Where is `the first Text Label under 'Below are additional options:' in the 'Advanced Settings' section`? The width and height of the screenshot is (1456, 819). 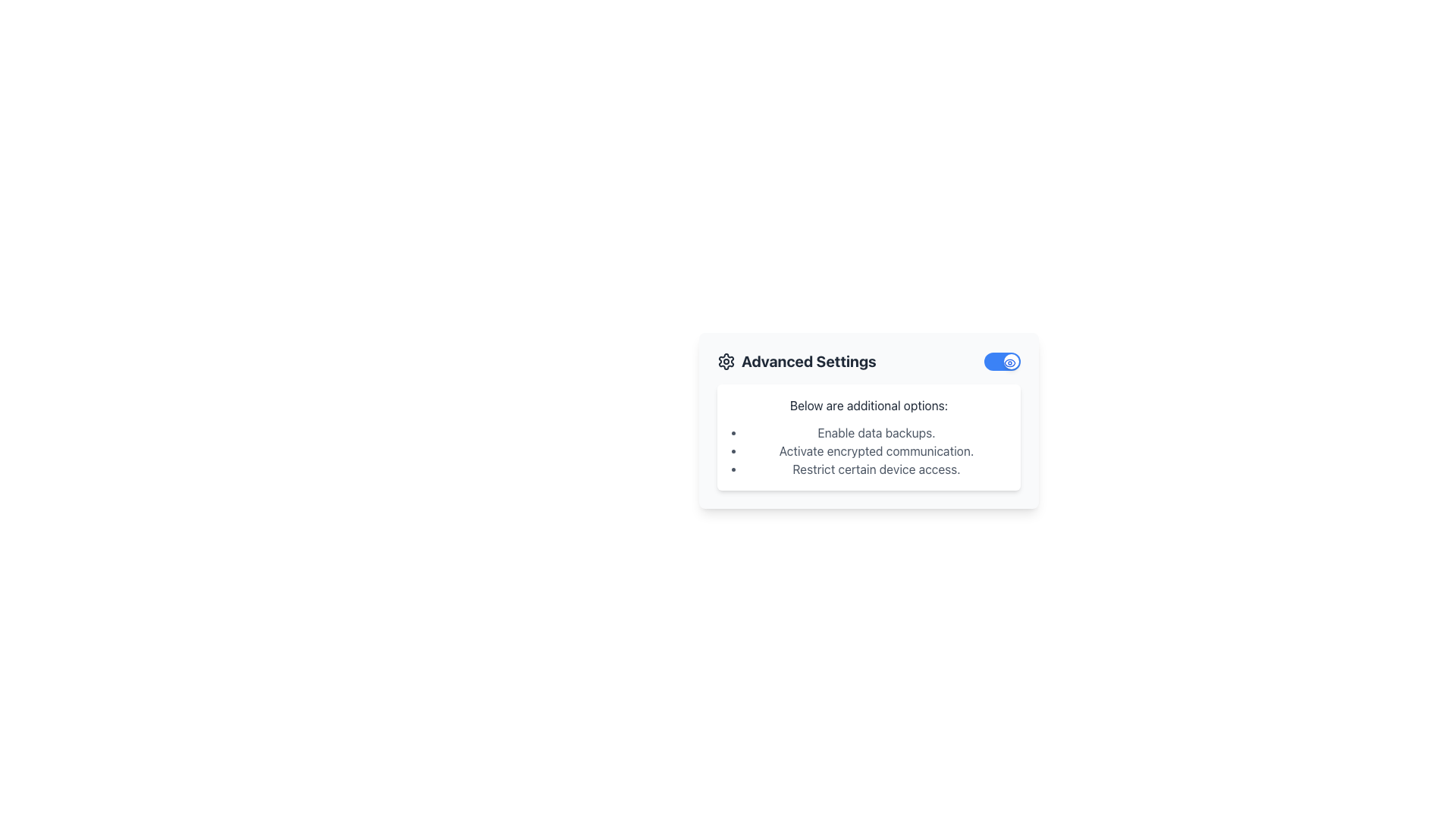 the first Text Label under 'Below are additional options:' in the 'Advanced Settings' section is located at coordinates (877, 432).